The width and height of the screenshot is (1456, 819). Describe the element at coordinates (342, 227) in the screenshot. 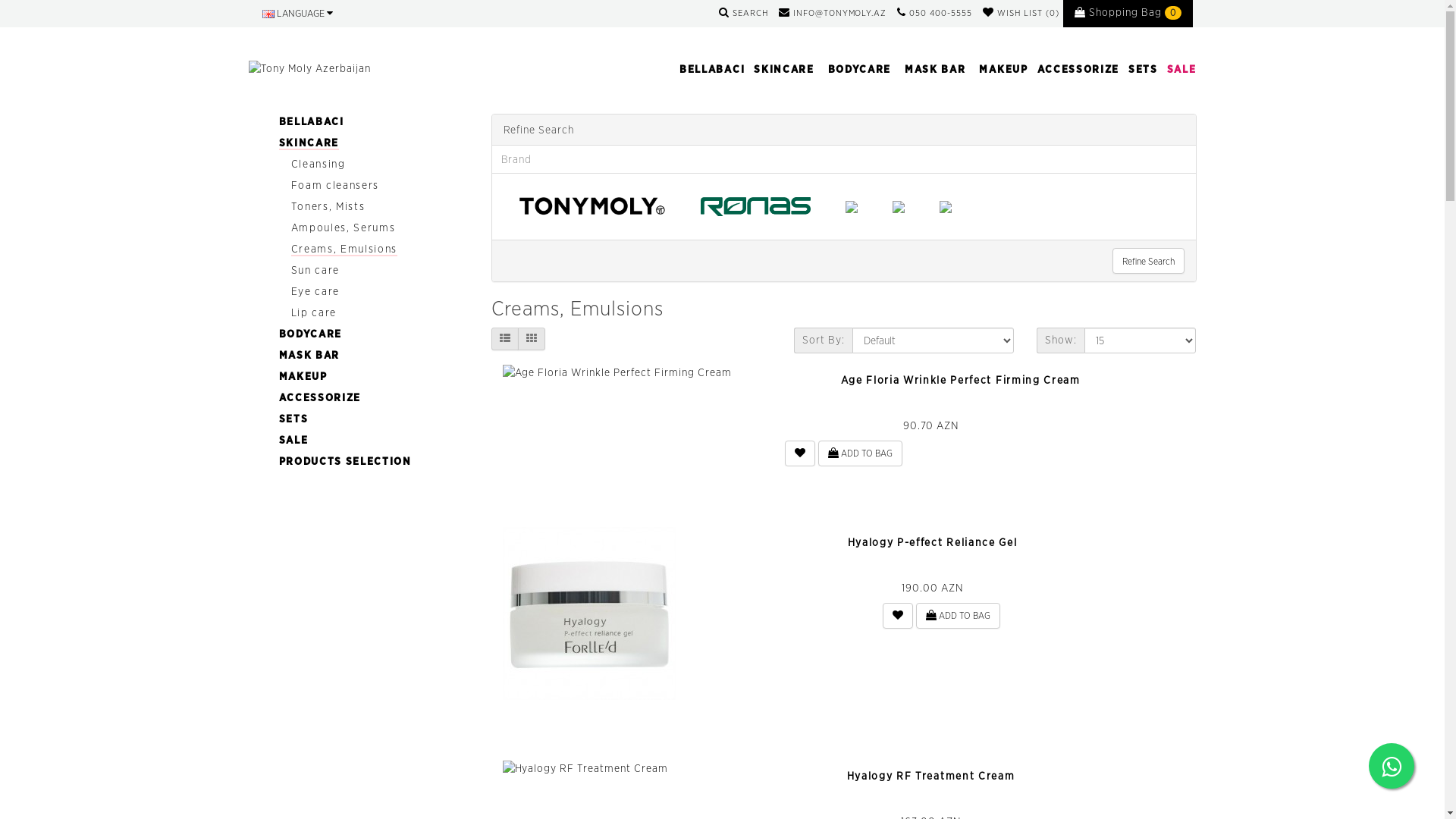

I see `'Ampoules, Serums'` at that location.